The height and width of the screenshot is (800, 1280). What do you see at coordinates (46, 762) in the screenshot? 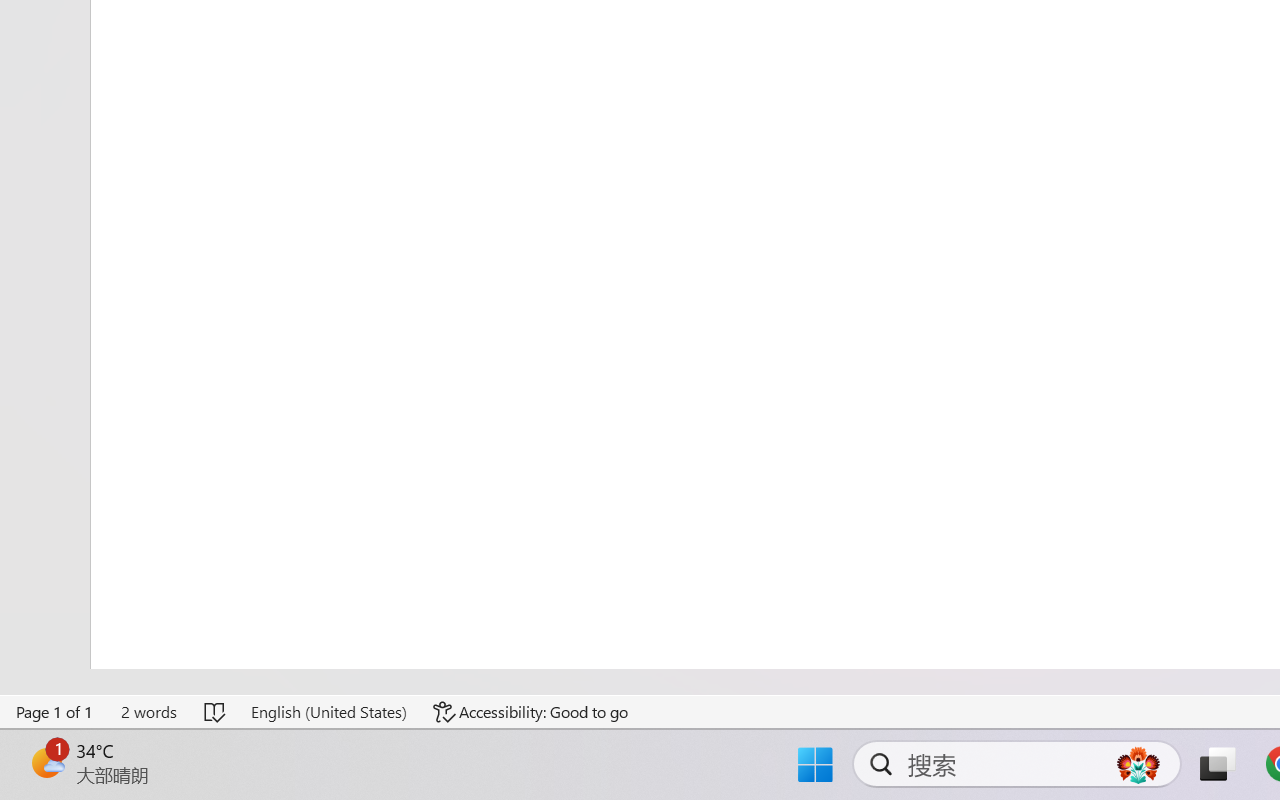
I see `'AutomationID: BadgeAnchorLargeTicker'` at bounding box center [46, 762].